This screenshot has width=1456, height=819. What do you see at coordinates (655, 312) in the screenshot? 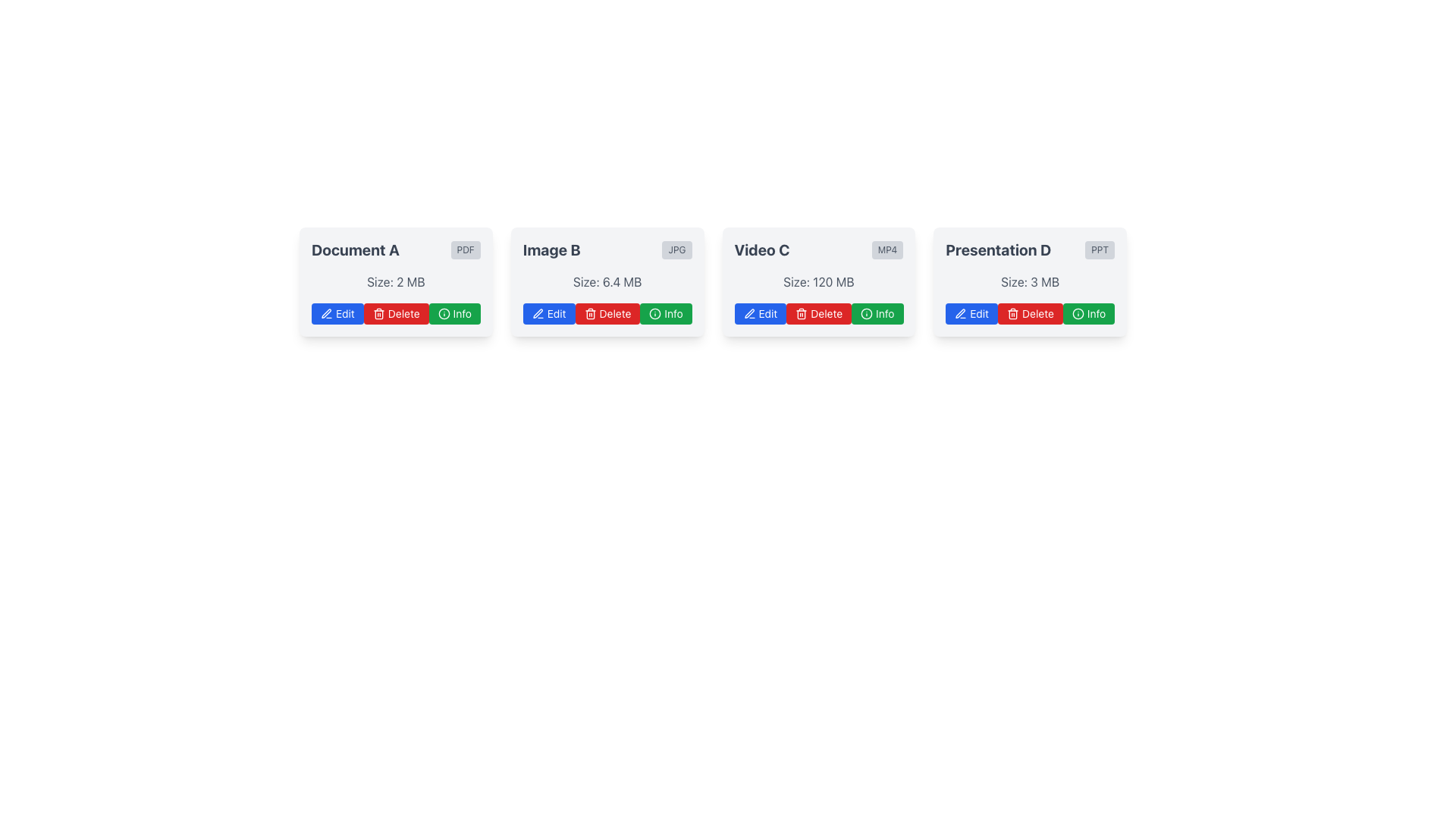
I see `the SVG Circle element that serves as the circular background of the information icon within the 'Info' button located at the bottom-right corner of the card labeled 'Image B'` at bounding box center [655, 312].